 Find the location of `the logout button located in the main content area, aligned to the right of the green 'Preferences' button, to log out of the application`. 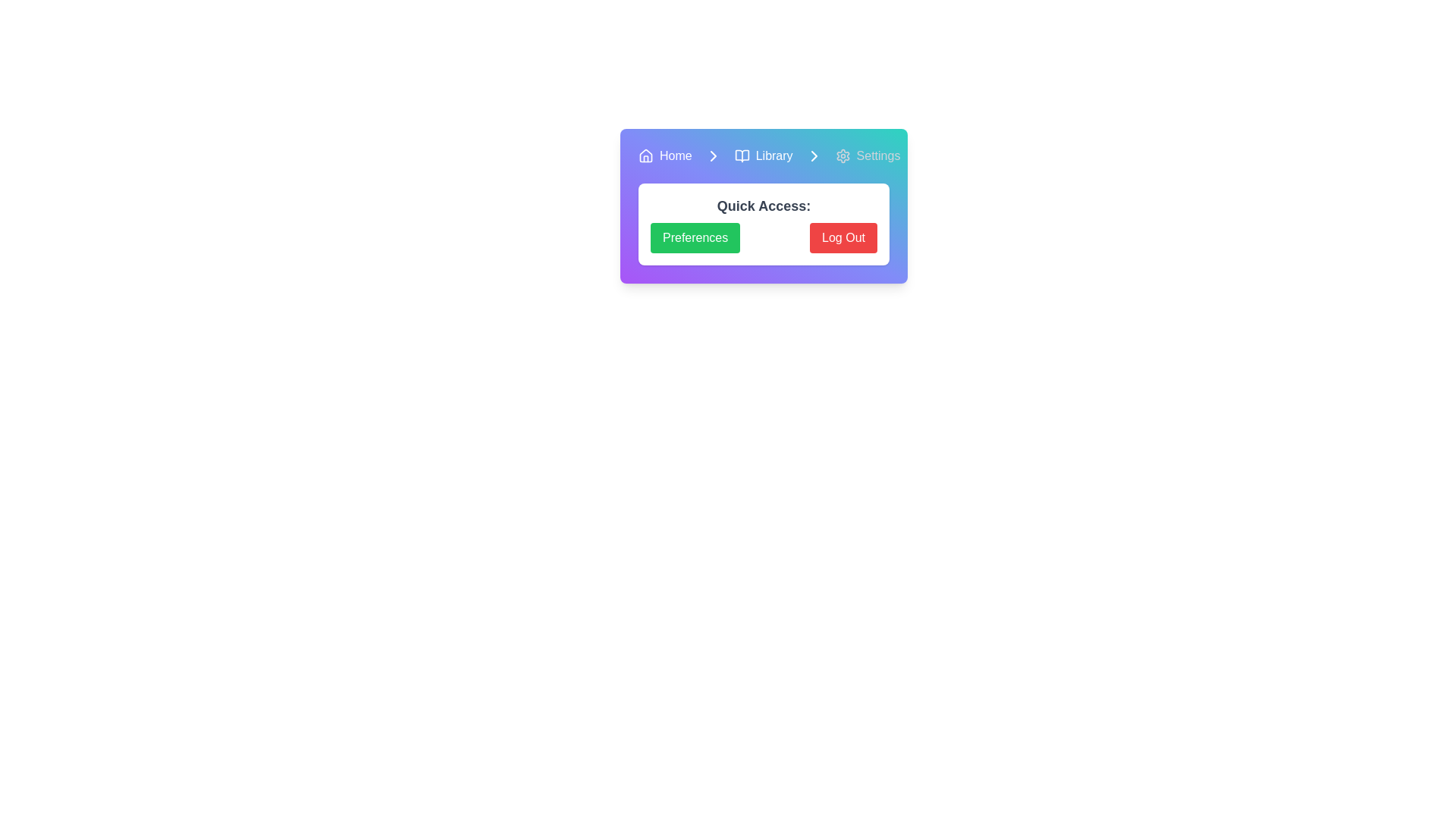

the logout button located in the main content area, aligned to the right of the green 'Preferences' button, to log out of the application is located at coordinates (843, 237).